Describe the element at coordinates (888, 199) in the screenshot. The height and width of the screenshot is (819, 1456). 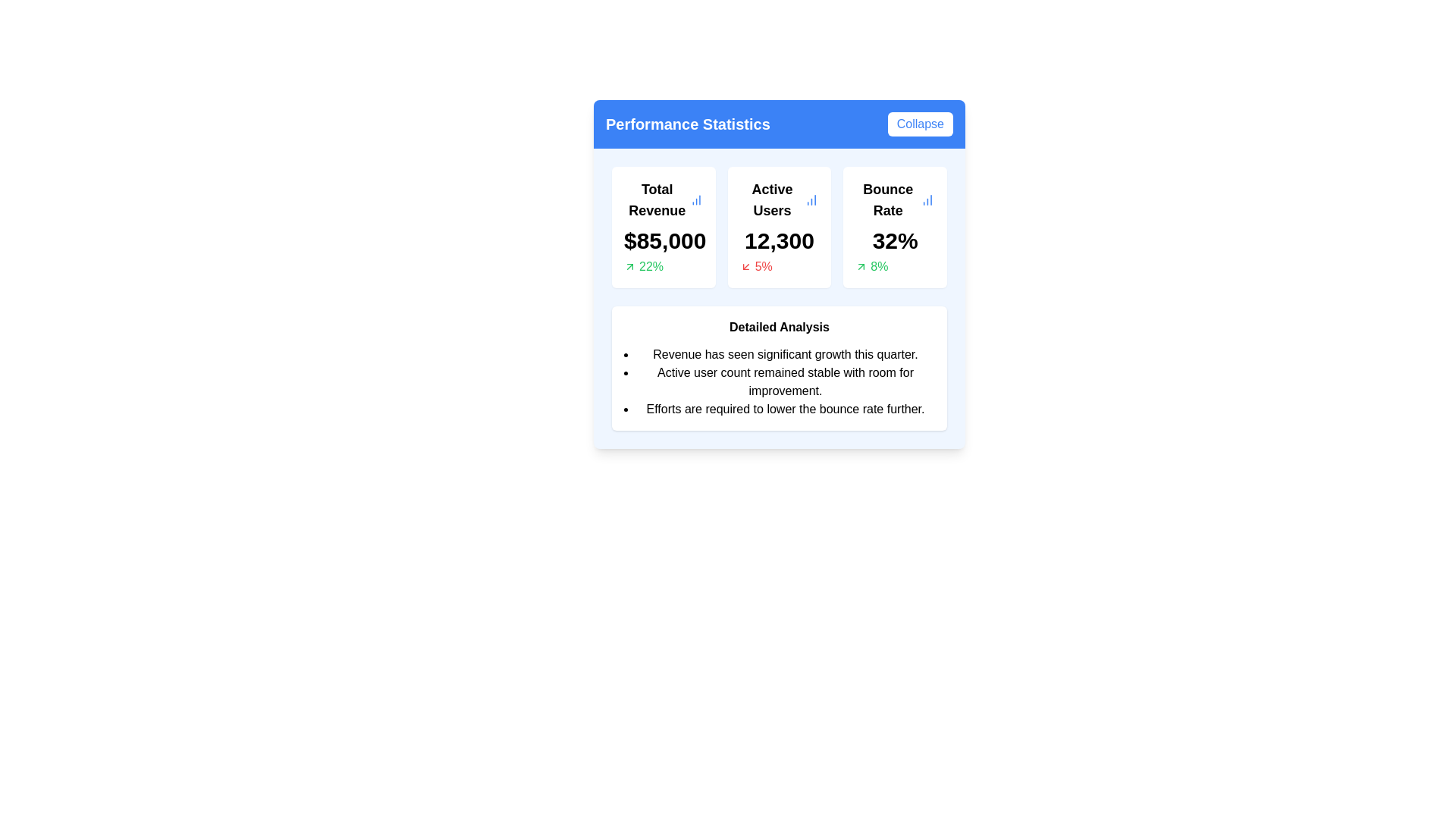
I see `the 'Bounce Rate' label, which is positioned on the right-hand side of the performance statistics layout, above the corresponding percentage value` at that location.